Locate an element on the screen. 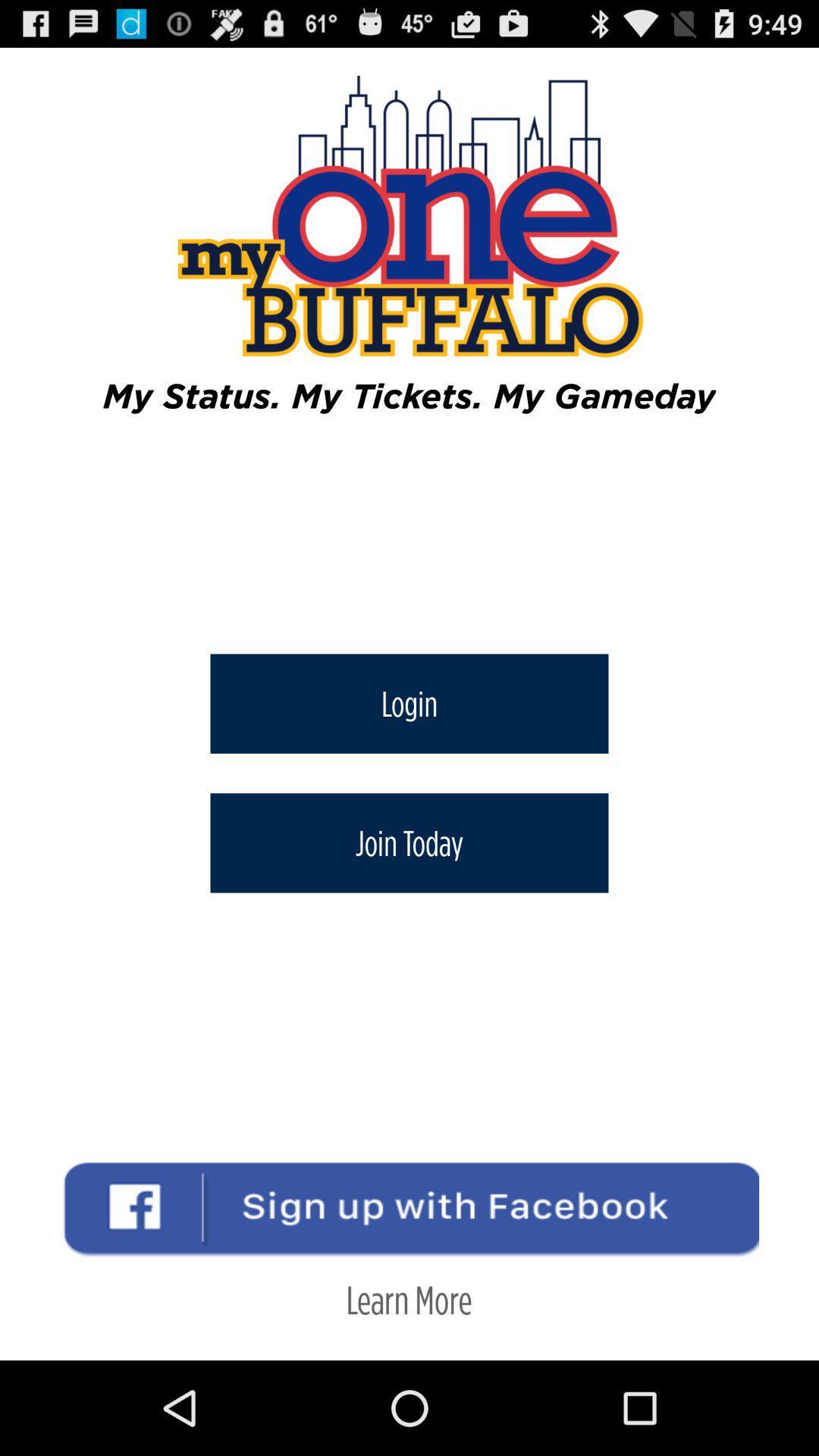  app at the bottom is located at coordinates (408, 1298).